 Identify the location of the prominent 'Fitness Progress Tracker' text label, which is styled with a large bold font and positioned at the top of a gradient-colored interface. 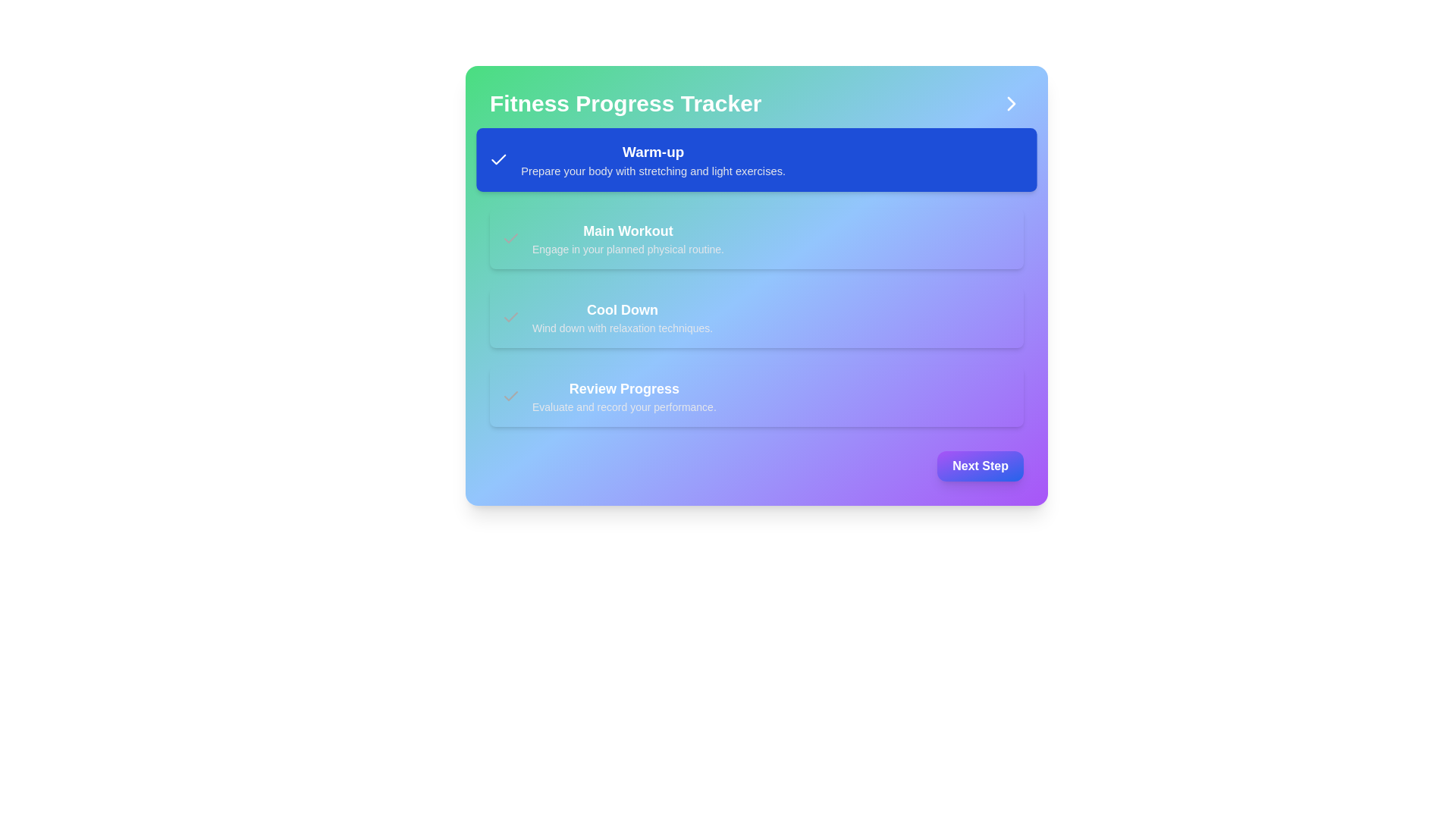
(626, 103).